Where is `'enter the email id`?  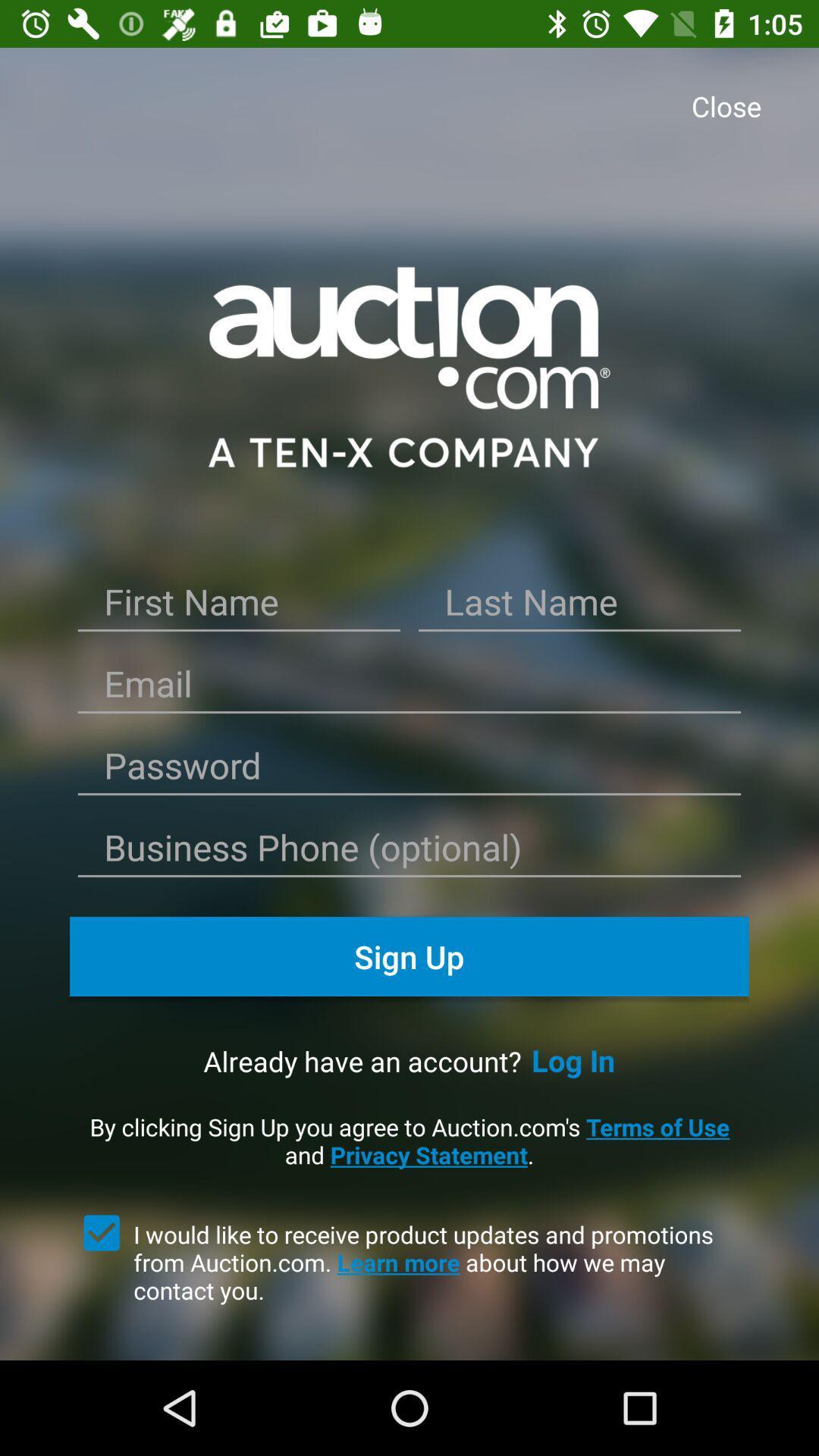
'enter the email id is located at coordinates (409, 688).